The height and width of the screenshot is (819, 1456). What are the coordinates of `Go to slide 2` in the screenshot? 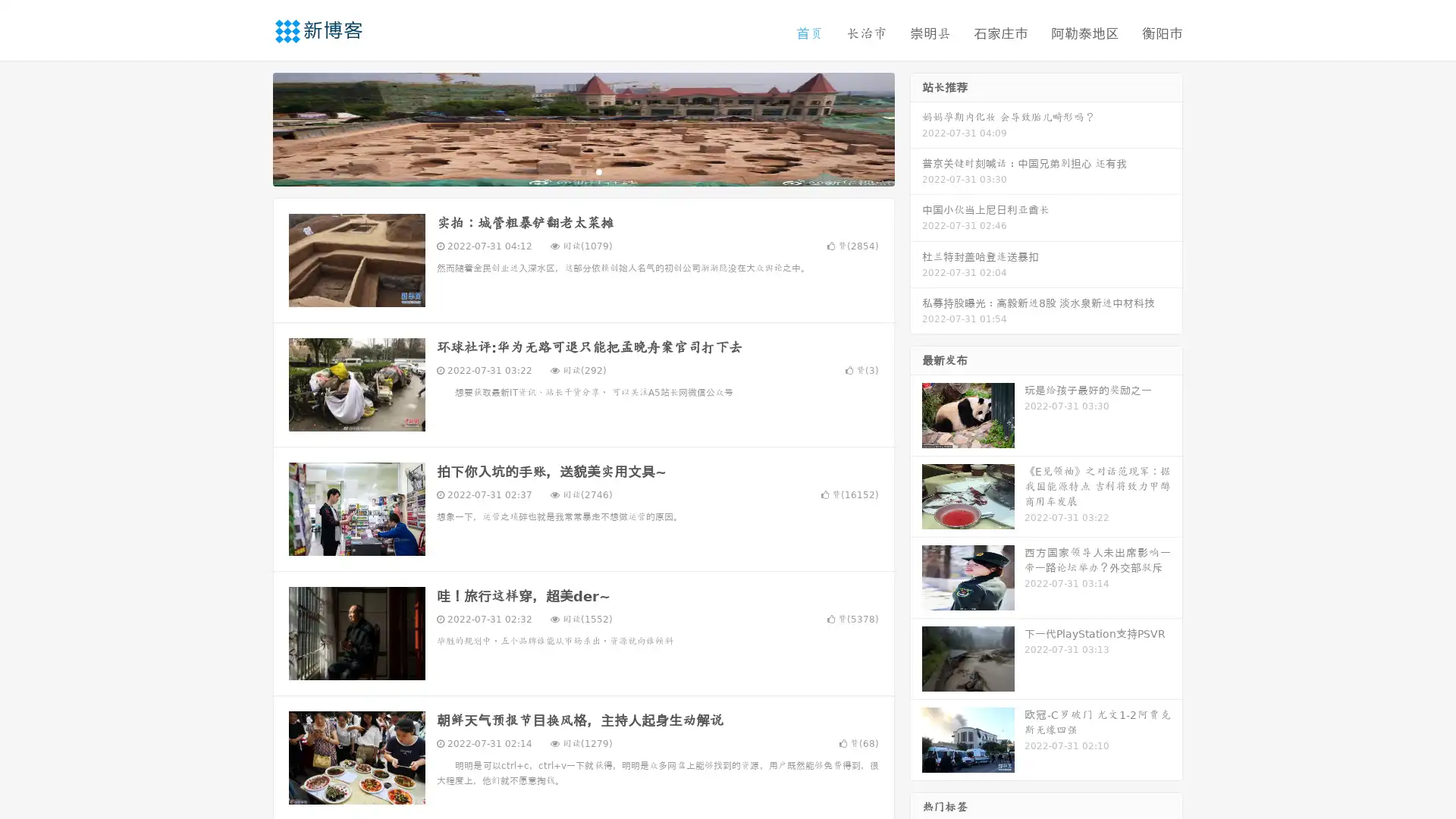 It's located at (582, 171).